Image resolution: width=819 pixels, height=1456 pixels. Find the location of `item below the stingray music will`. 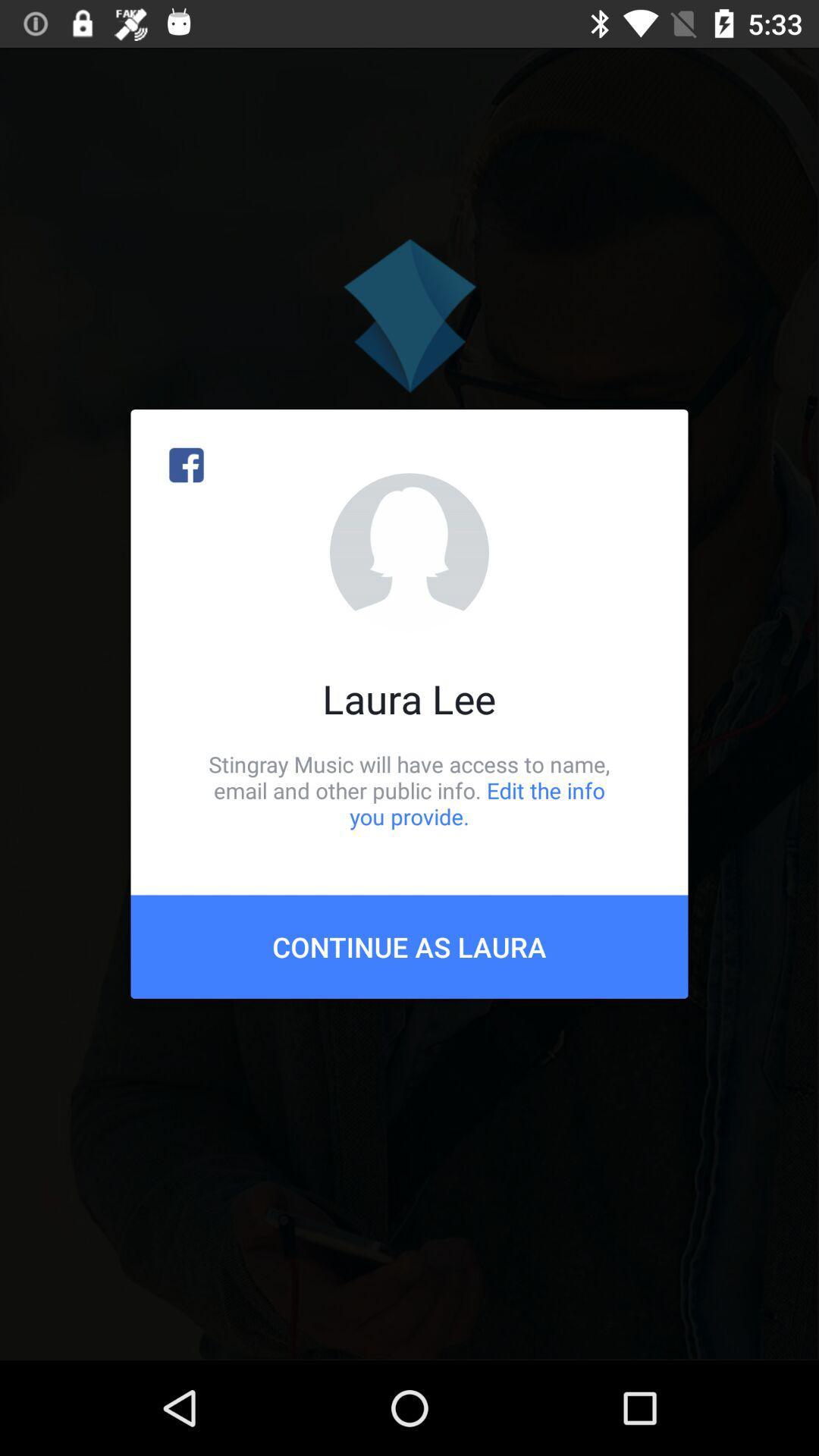

item below the stingray music will is located at coordinates (409, 946).